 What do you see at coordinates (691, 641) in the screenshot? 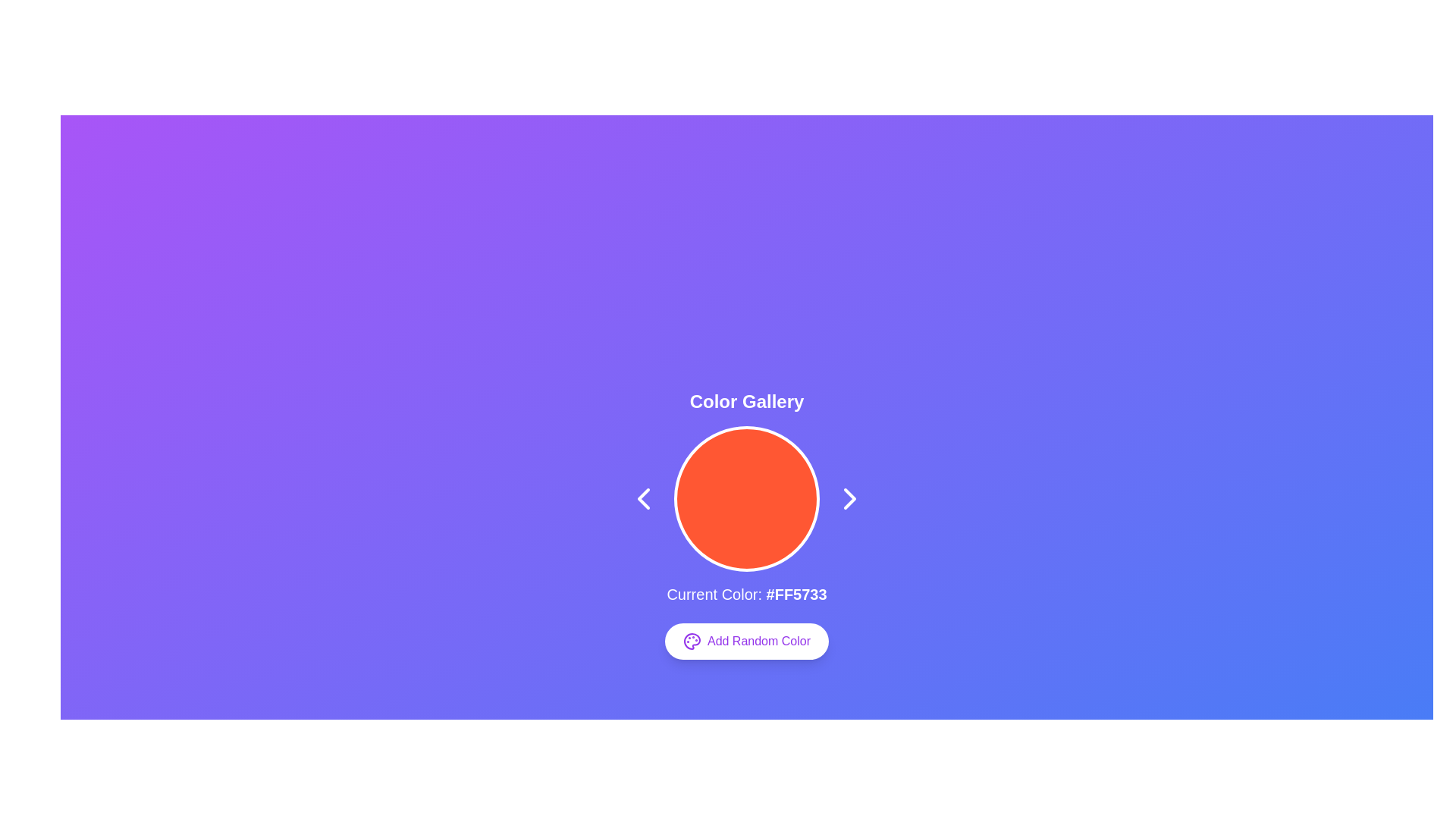
I see `the color selection icon located at the center of the display, which is part of a collection of graphical elements` at bounding box center [691, 641].